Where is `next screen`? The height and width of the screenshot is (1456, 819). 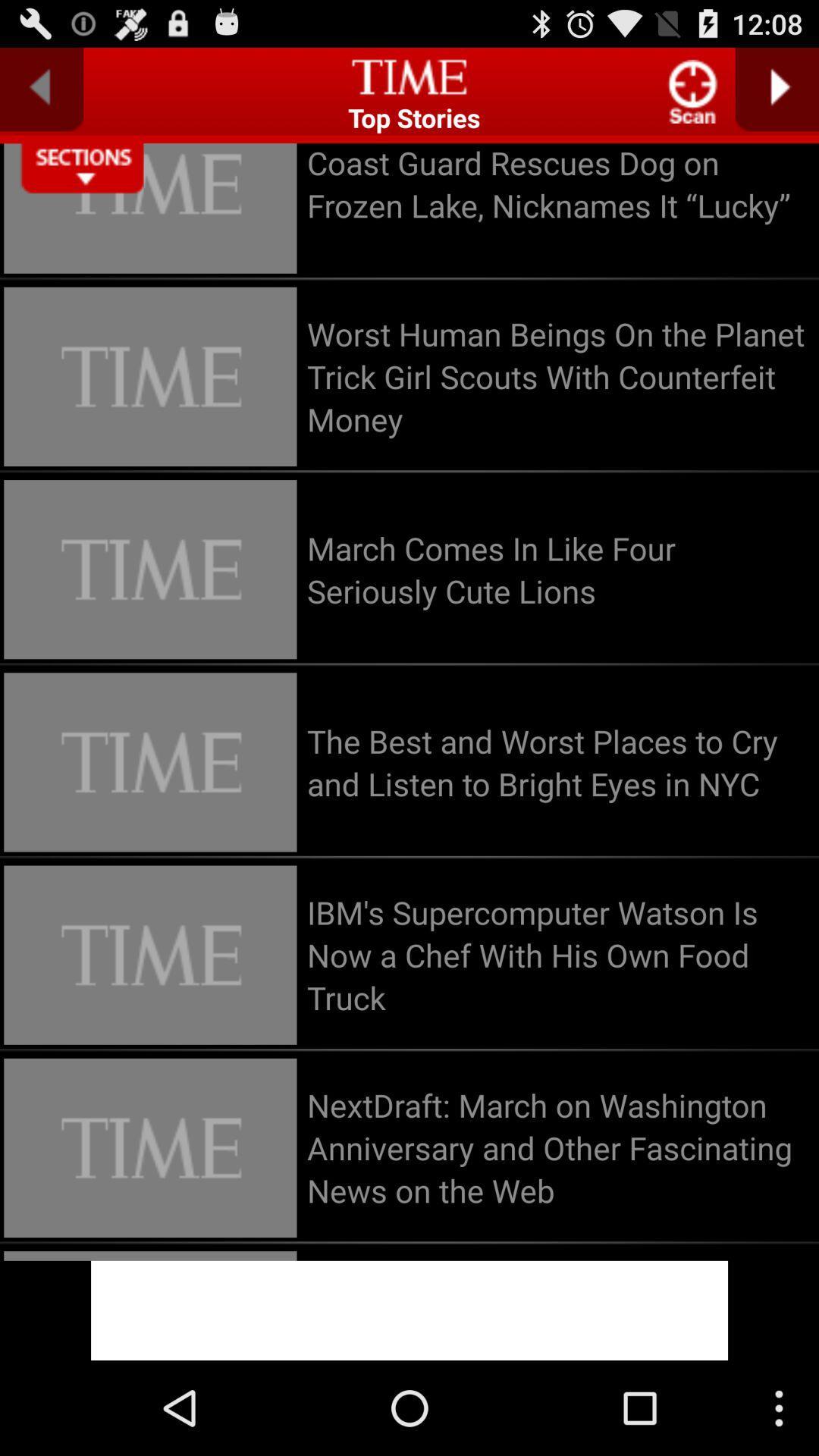 next screen is located at coordinates (777, 89).